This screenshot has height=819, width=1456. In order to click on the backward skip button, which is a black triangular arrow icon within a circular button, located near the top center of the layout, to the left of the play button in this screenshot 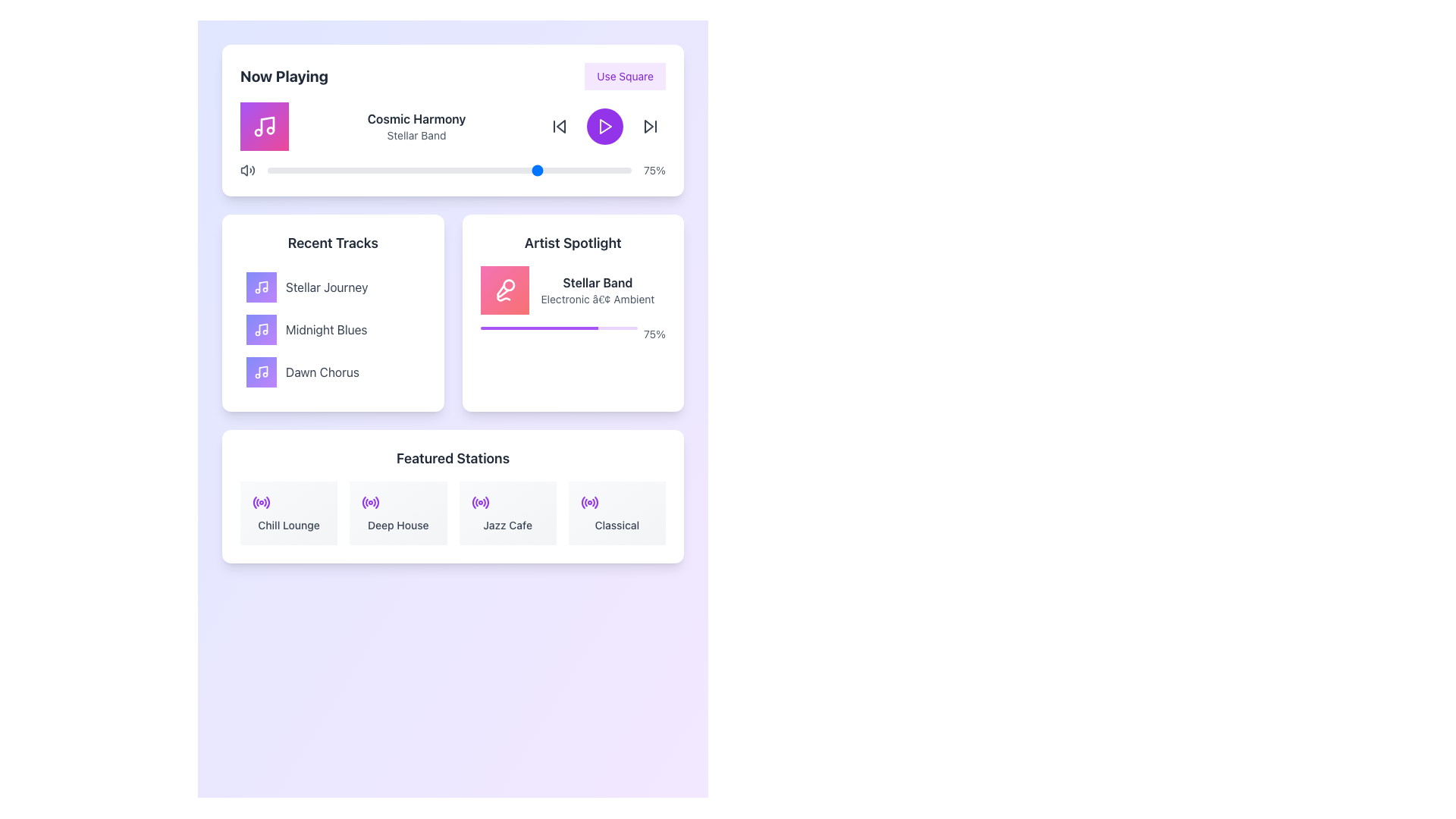, I will do `click(559, 125)`.